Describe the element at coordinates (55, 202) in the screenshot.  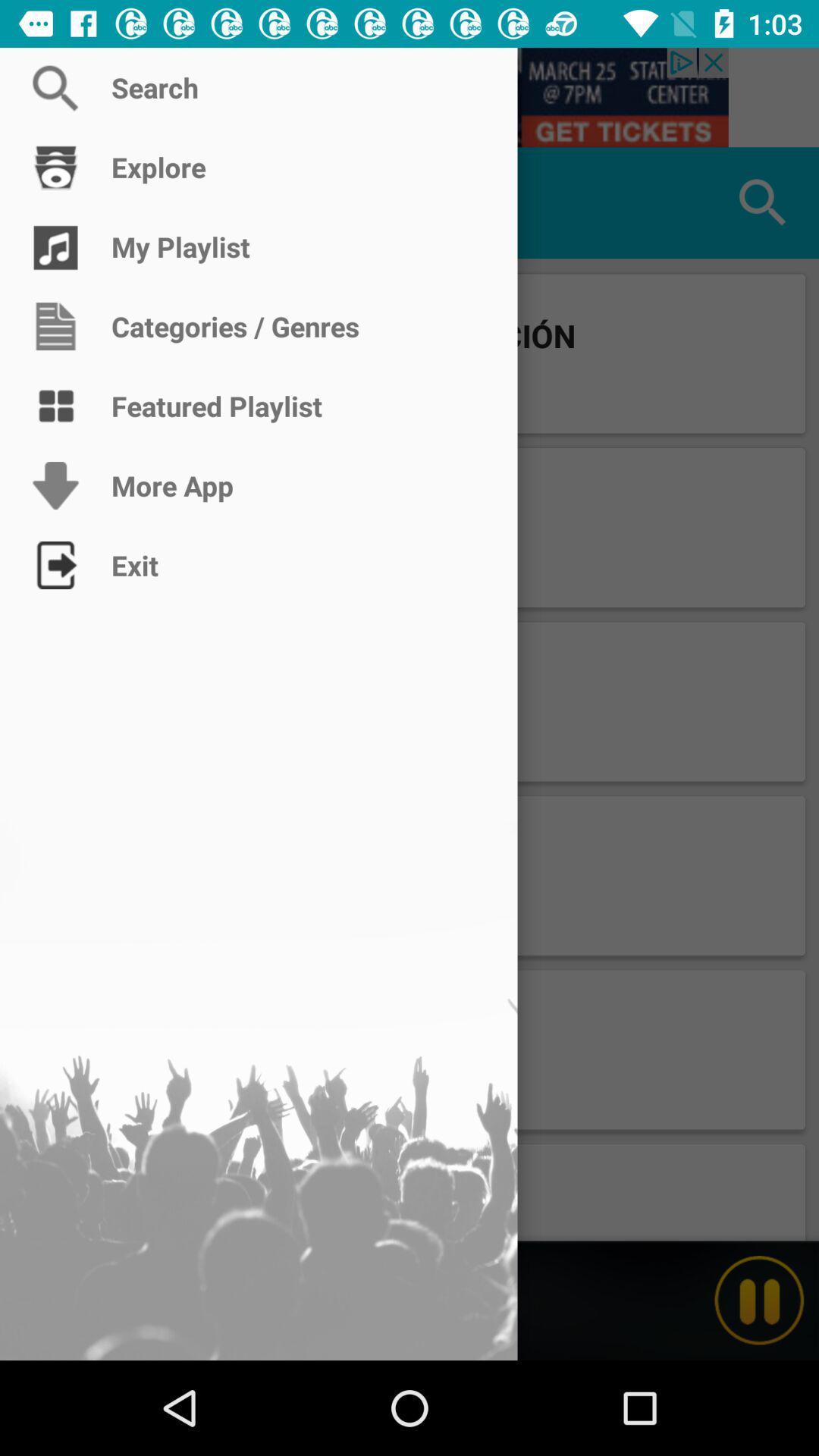
I see `explore app` at that location.